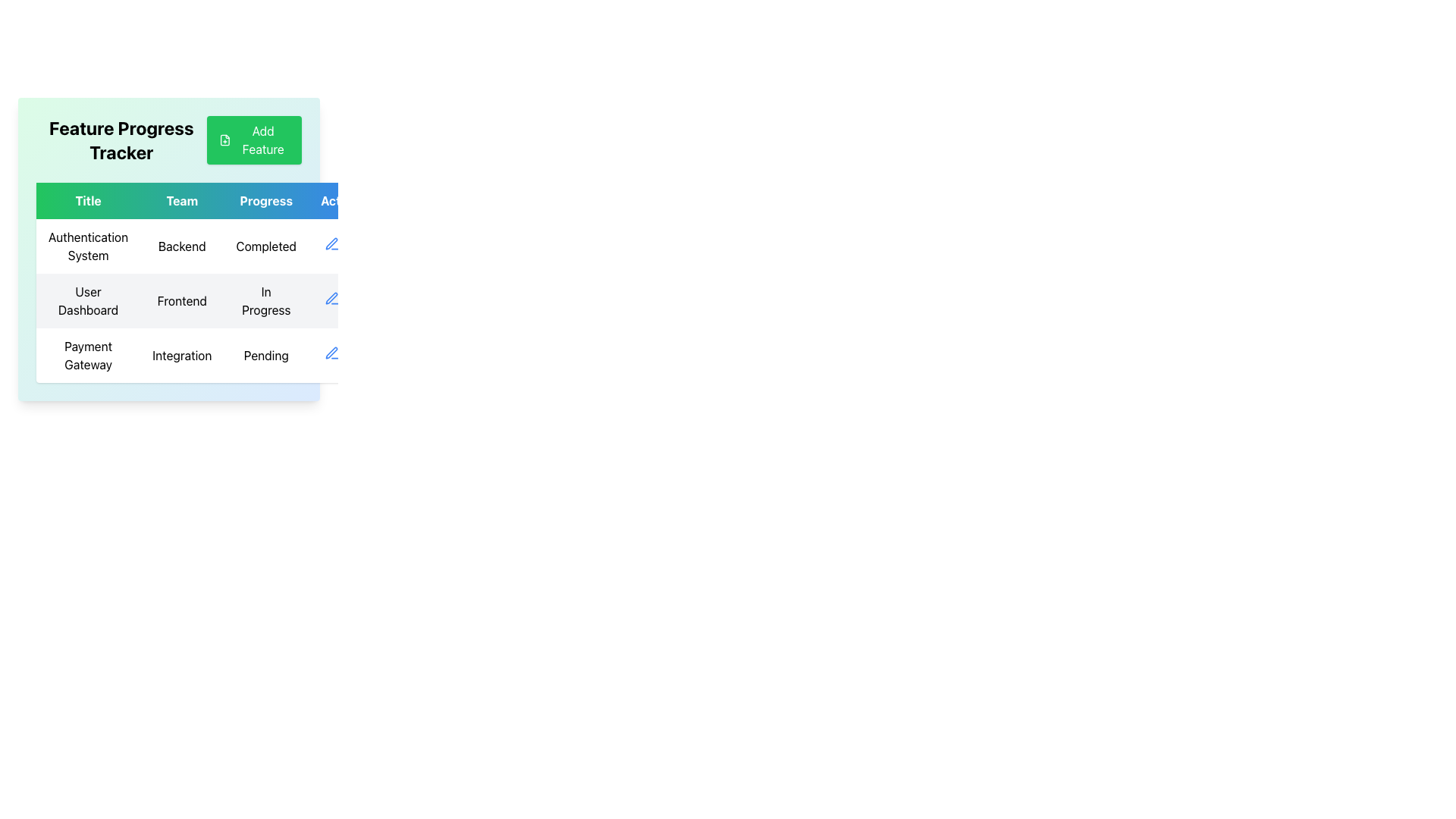  Describe the element at coordinates (331, 298) in the screenshot. I see `the blue pen icon located in the 'Action' column of the 'User Dashboard' row` at that location.